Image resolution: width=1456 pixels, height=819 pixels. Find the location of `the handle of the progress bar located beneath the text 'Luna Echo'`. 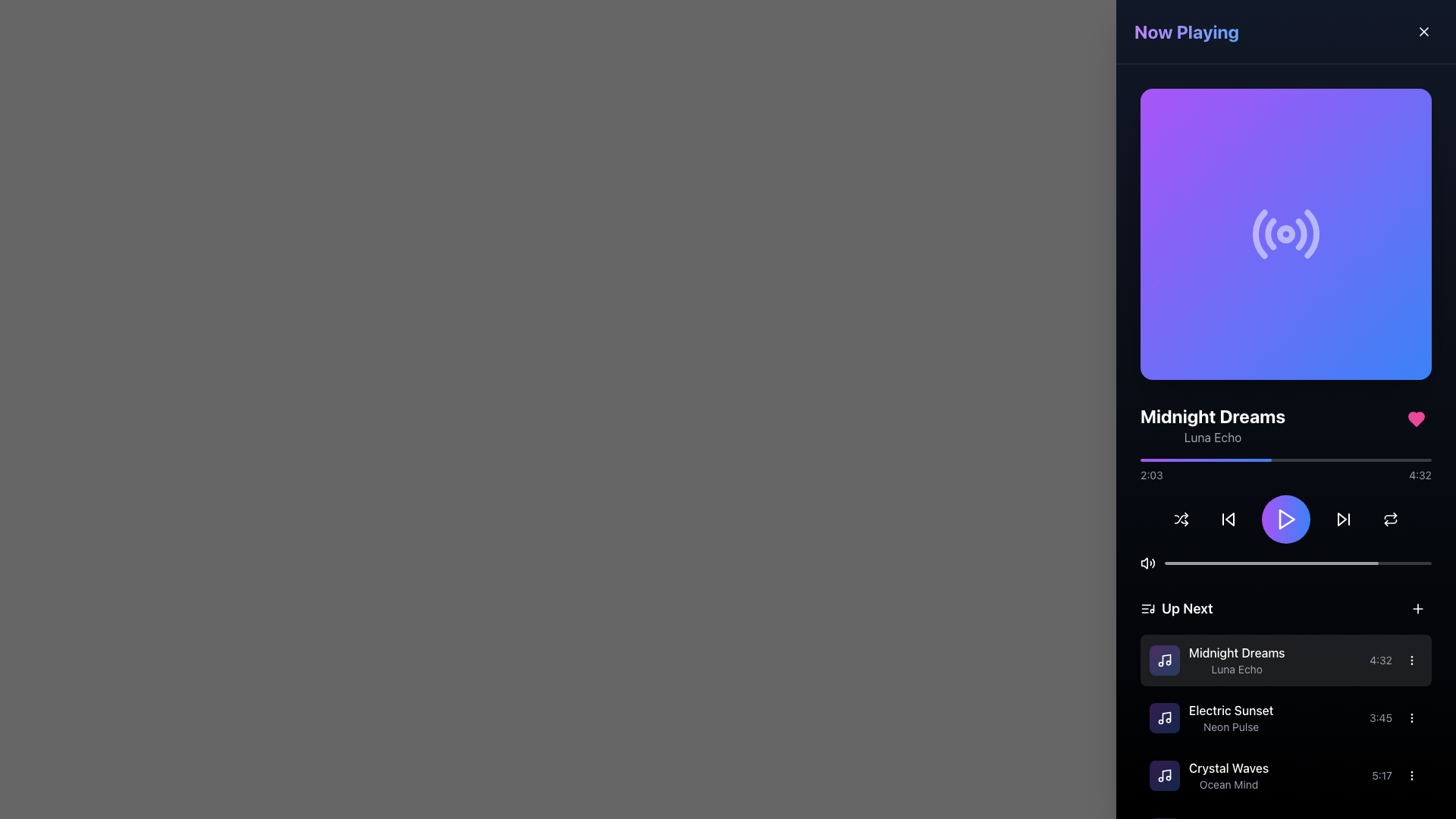

the handle of the progress bar located beneath the text 'Luna Echo' is located at coordinates (1285, 470).